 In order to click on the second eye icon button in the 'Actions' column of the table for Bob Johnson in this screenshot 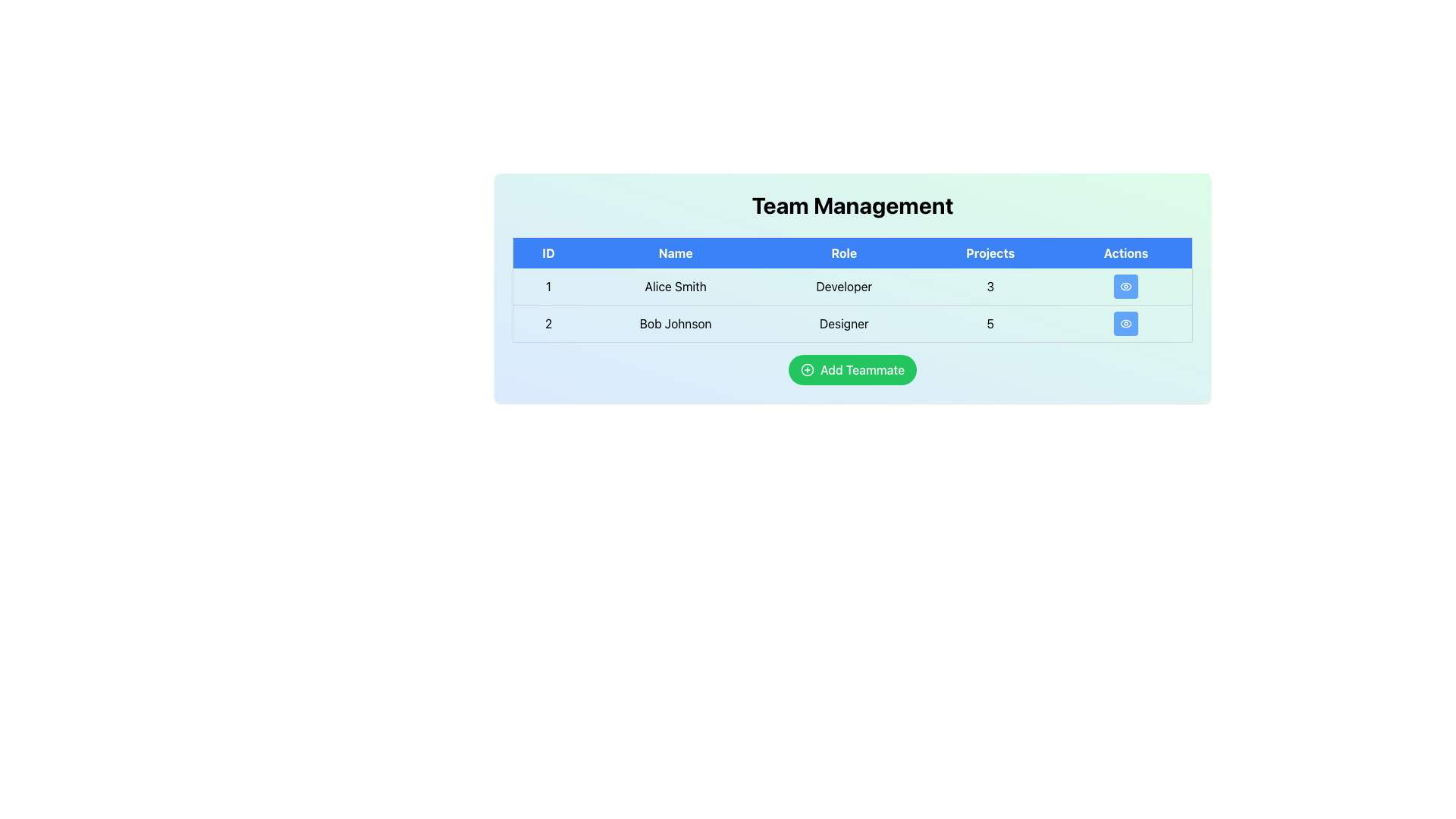, I will do `click(1126, 323)`.